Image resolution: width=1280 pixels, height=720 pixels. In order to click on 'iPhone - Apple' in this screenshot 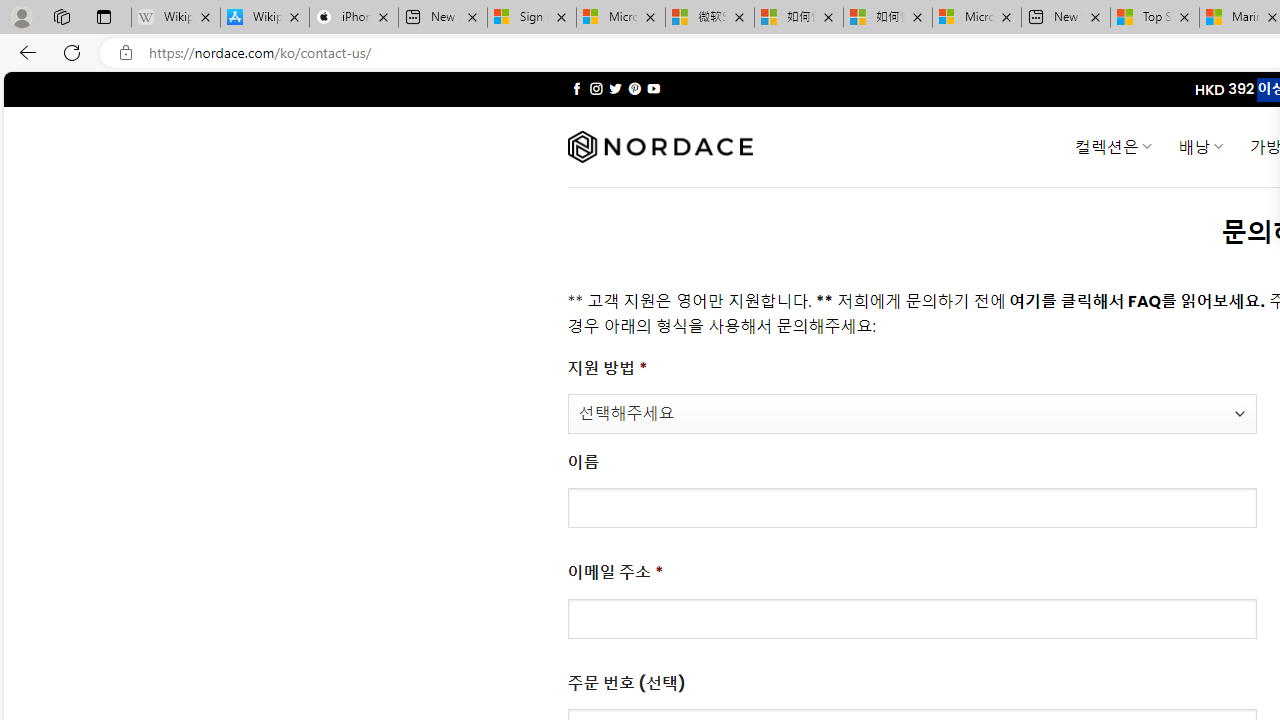, I will do `click(353, 17)`.